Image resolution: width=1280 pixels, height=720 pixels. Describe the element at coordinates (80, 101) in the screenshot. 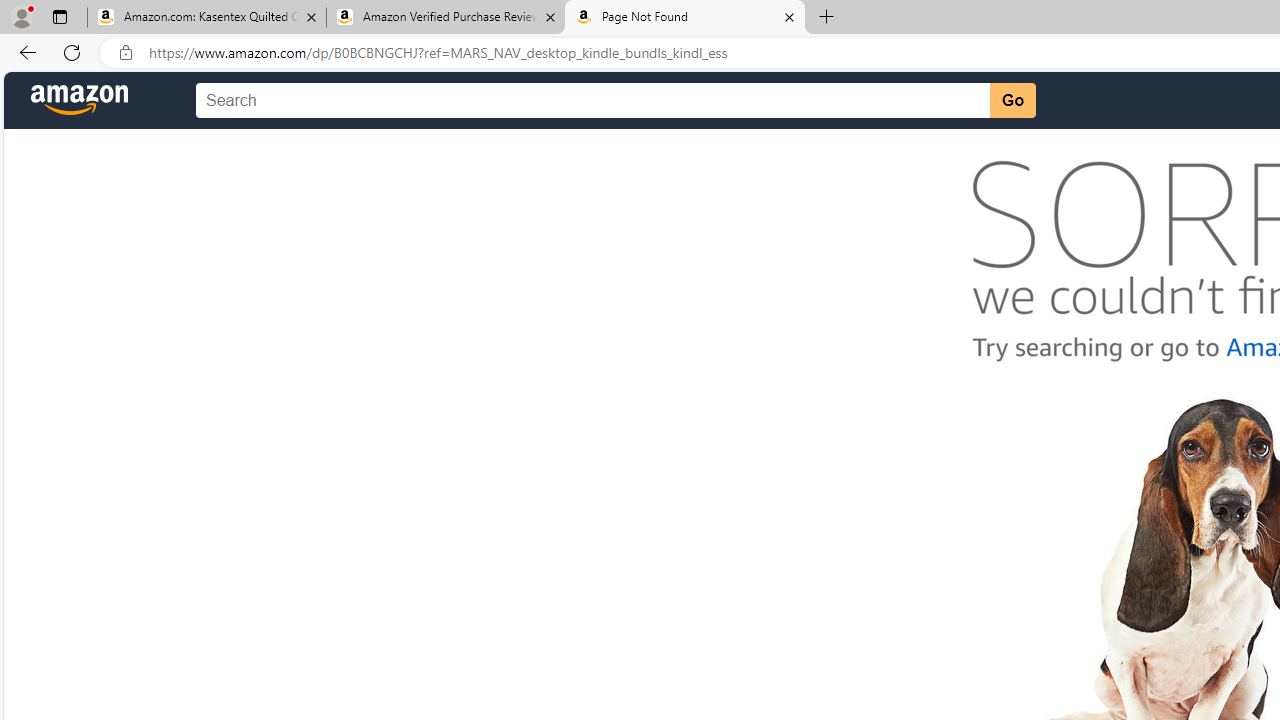

I see `'Amazon'` at that location.